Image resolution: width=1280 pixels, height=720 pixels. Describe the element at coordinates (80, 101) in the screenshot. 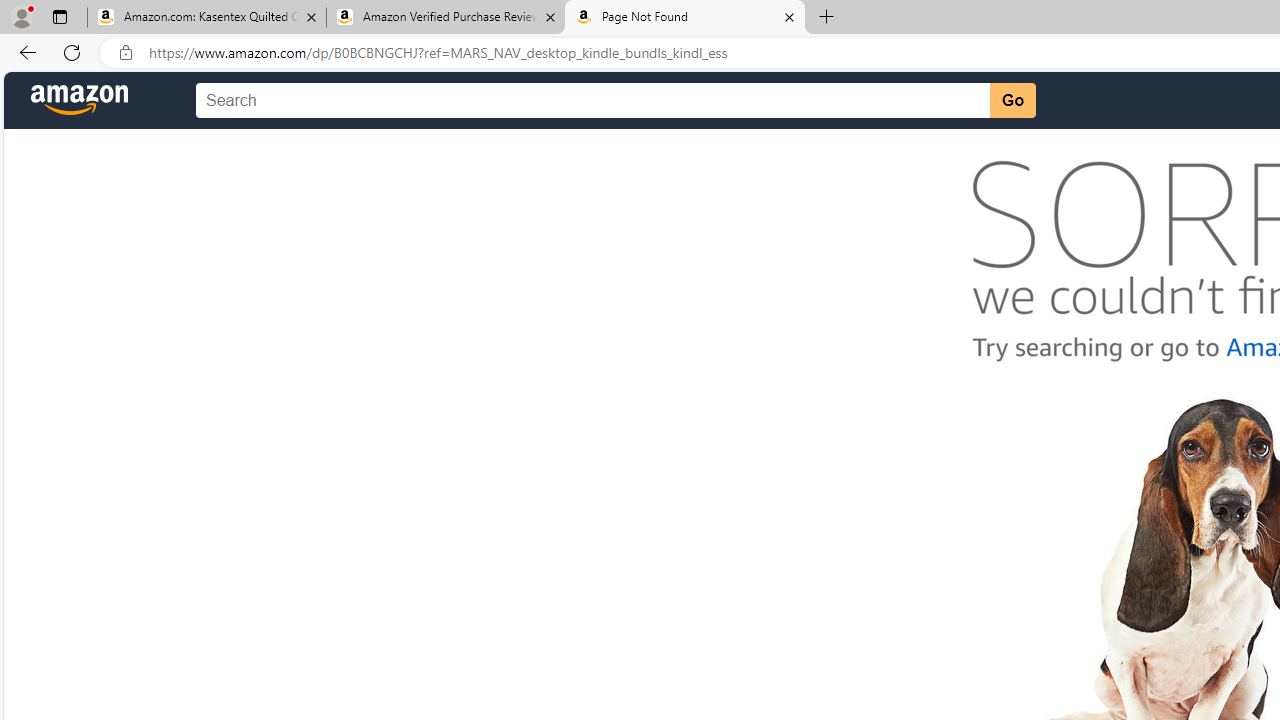

I see `'Amazon'` at that location.